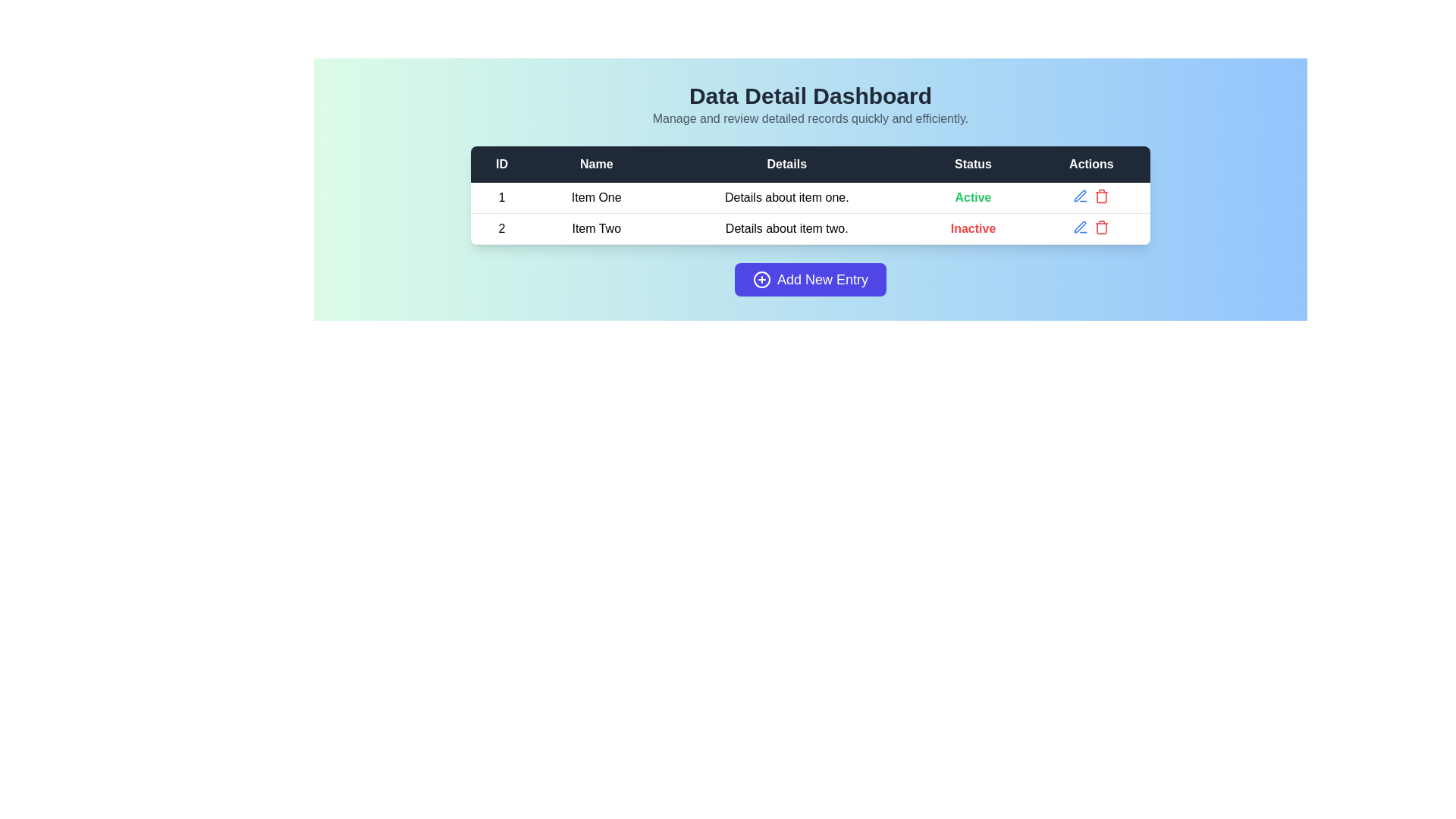 The image size is (1456, 819). Describe the element at coordinates (786, 197) in the screenshot. I see `the text label displaying descriptive details for the first item in the data table, located between 'Item One' and 'Active'` at that location.